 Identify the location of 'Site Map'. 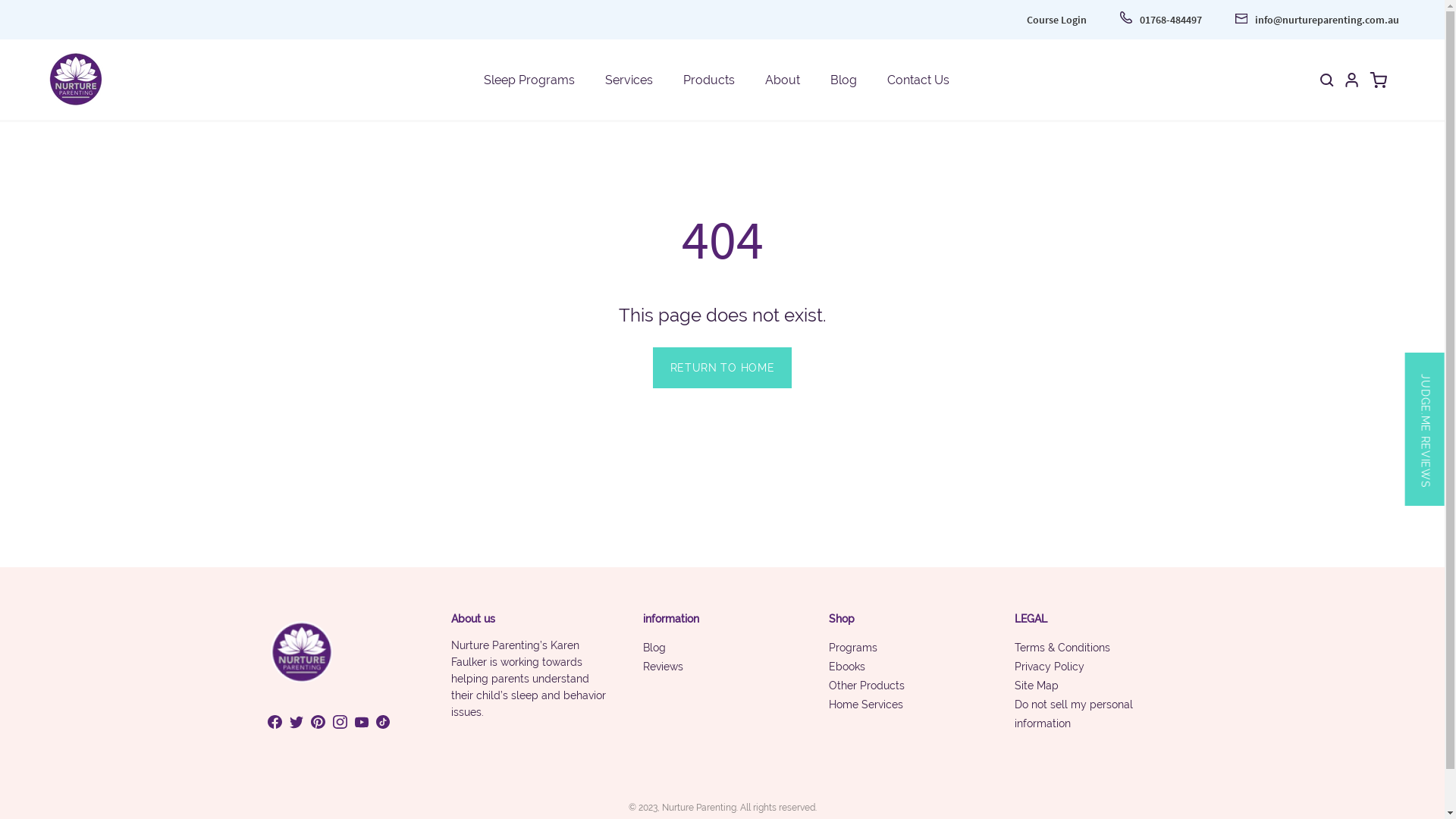
(1015, 685).